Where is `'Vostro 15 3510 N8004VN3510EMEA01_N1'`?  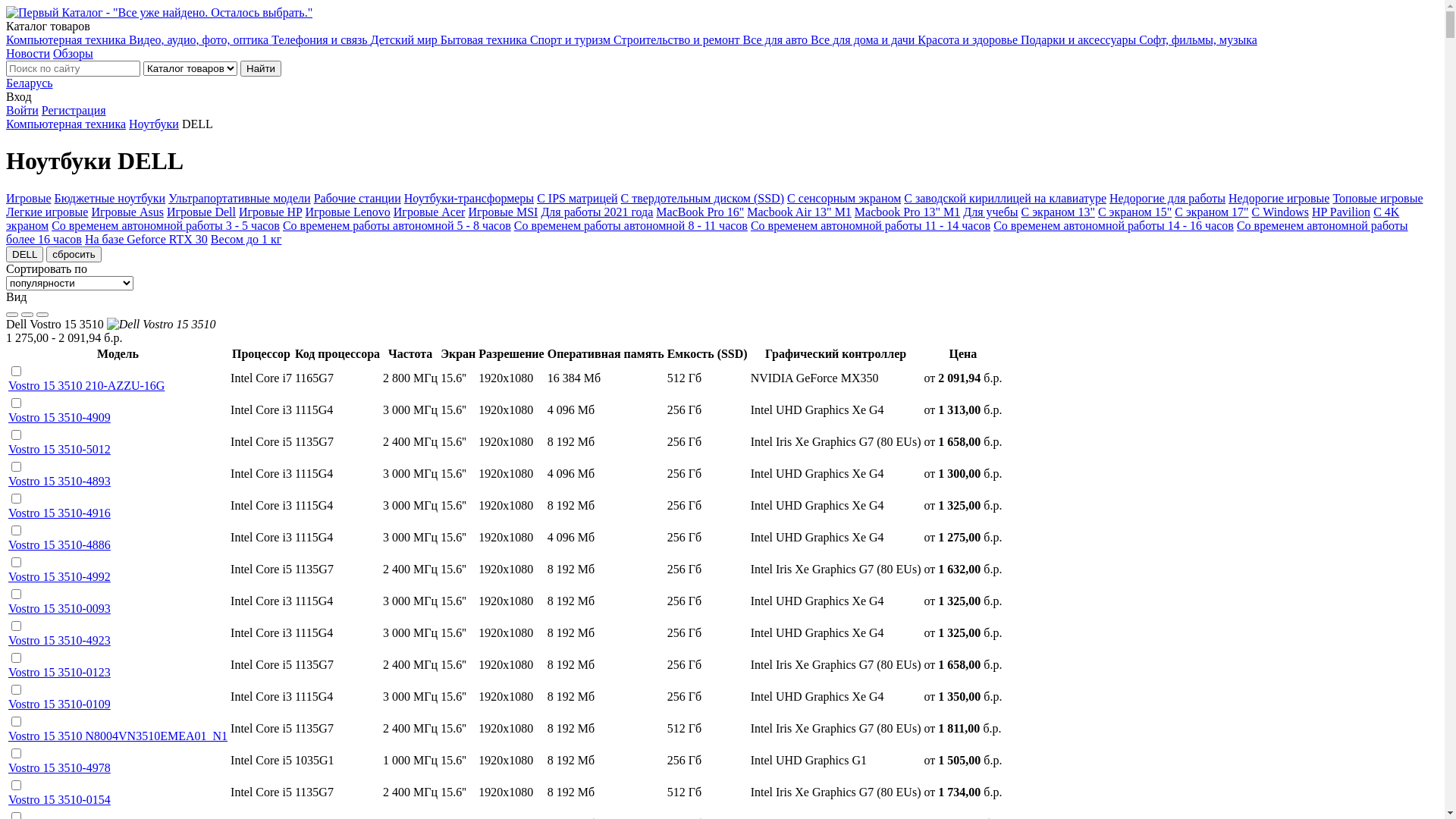 'Vostro 15 3510 N8004VN3510EMEA01_N1' is located at coordinates (117, 735).